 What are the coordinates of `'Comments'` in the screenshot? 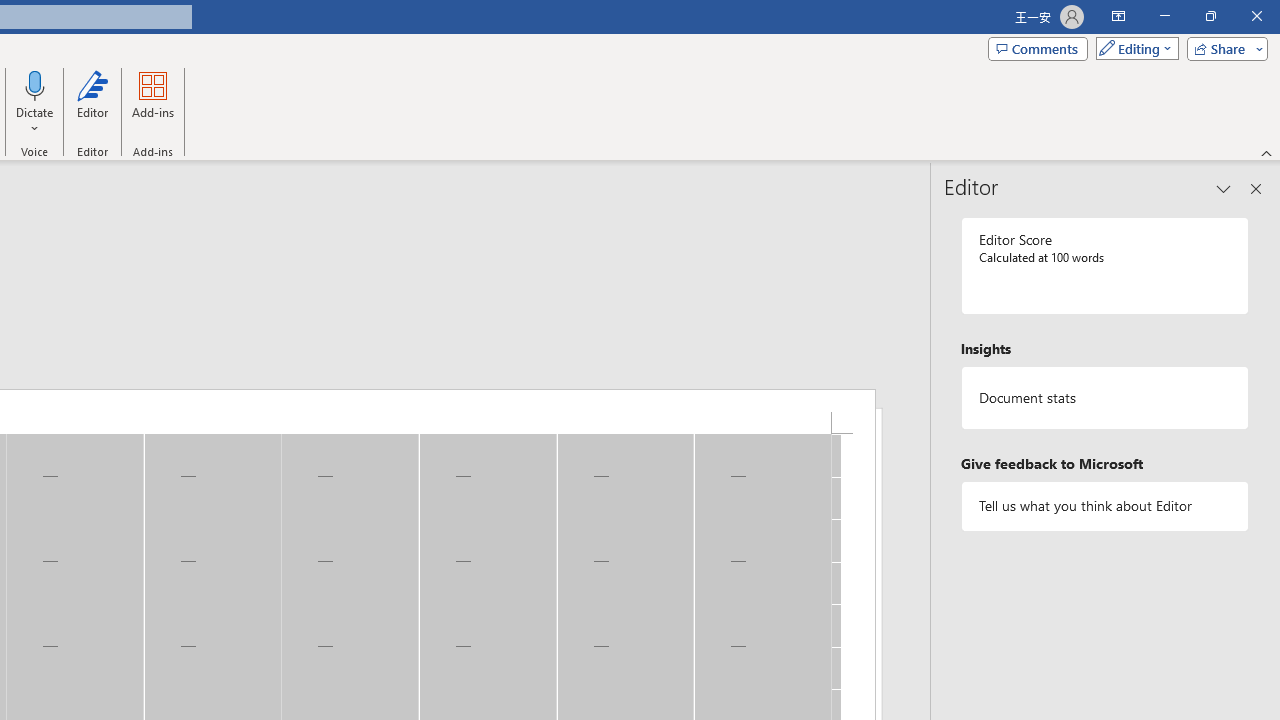 It's located at (1038, 47).